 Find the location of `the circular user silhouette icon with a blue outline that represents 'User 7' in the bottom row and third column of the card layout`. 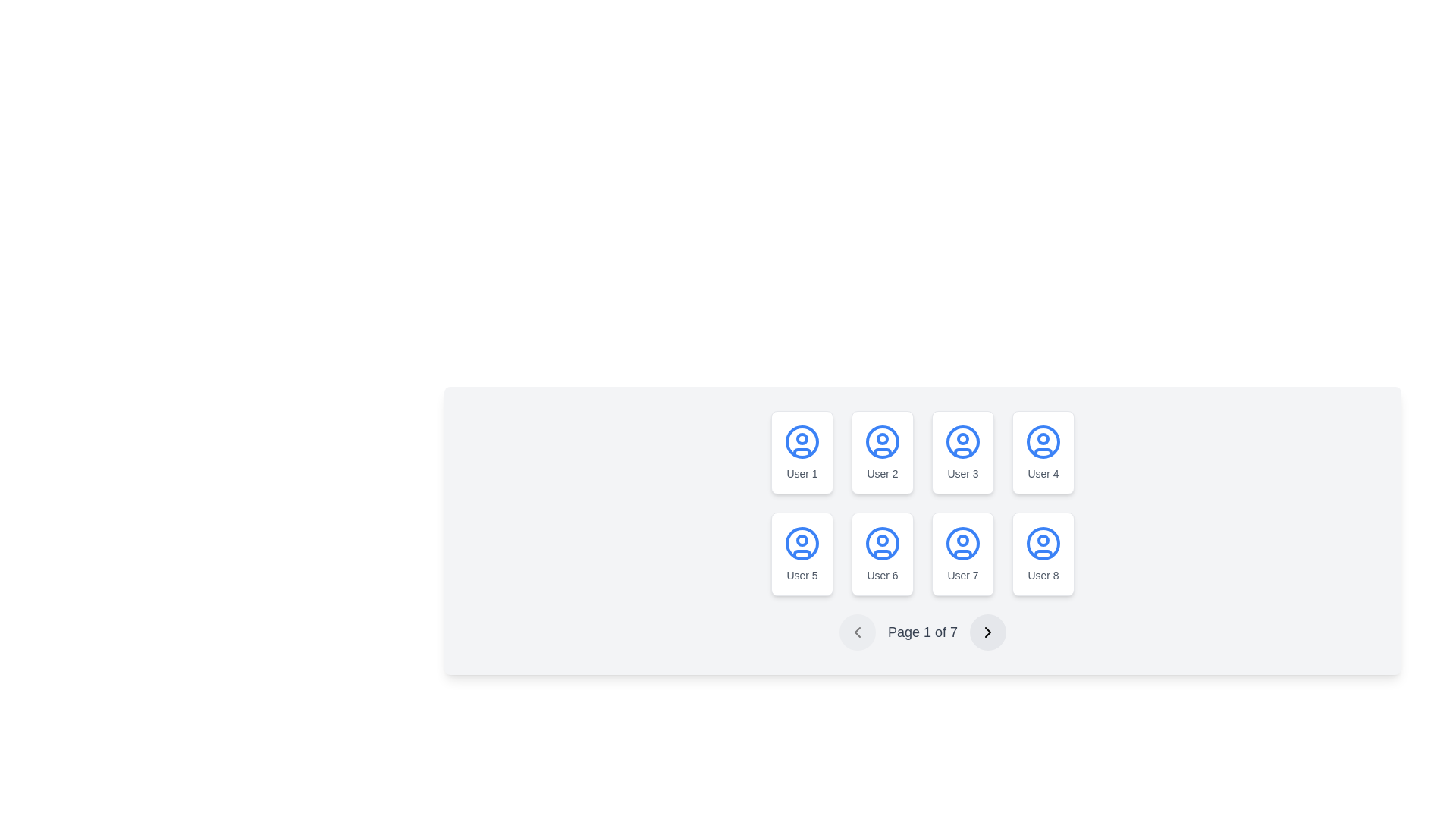

the circular user silhouette icon with a blue outline that represents 'User 7' in the bottom row and third column of the card layout is located at coordinates (962, 543).